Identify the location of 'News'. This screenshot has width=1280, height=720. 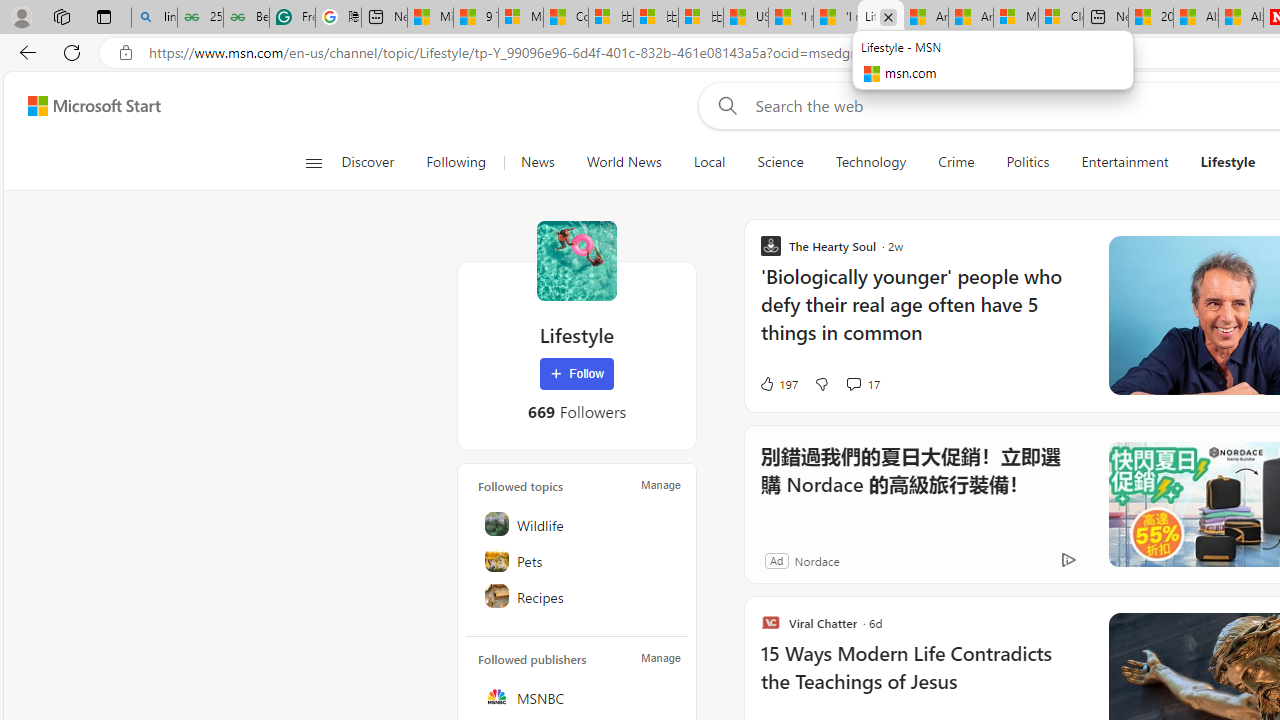
(537, 162).